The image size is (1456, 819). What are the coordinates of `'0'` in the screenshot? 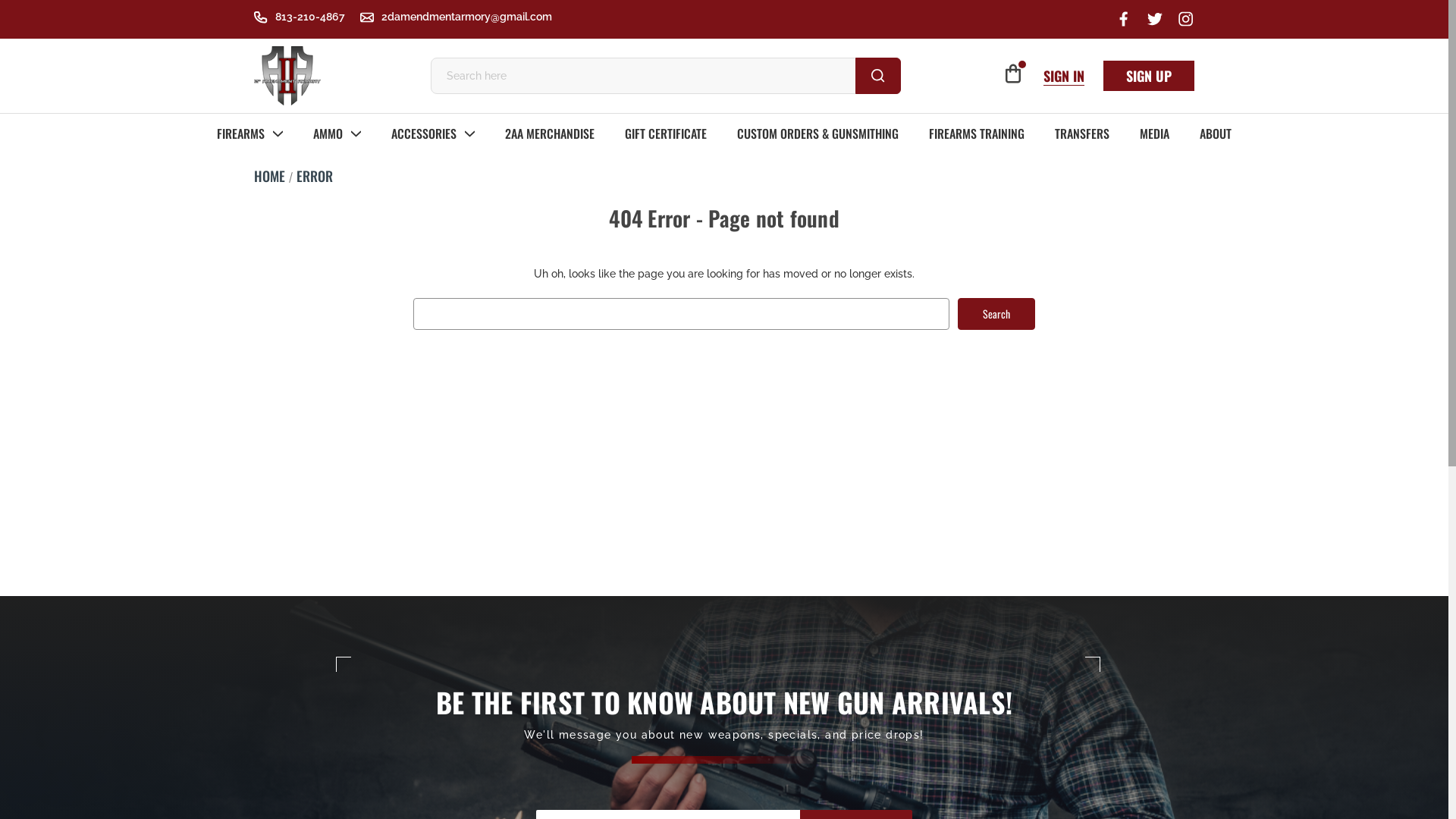 It's located at (1012, 74).